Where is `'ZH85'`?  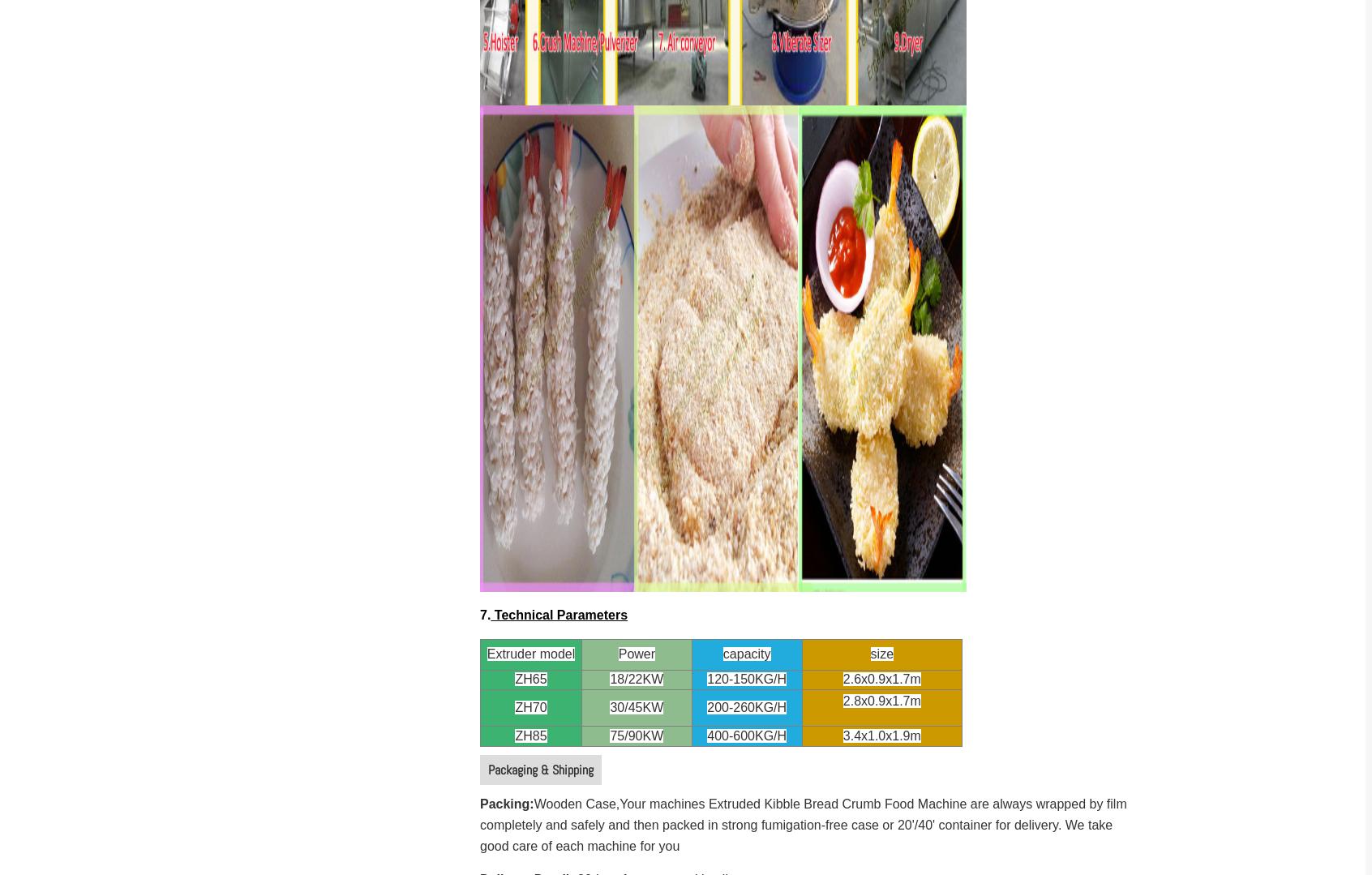
'ZH85' is located at coordinates (530, 735).